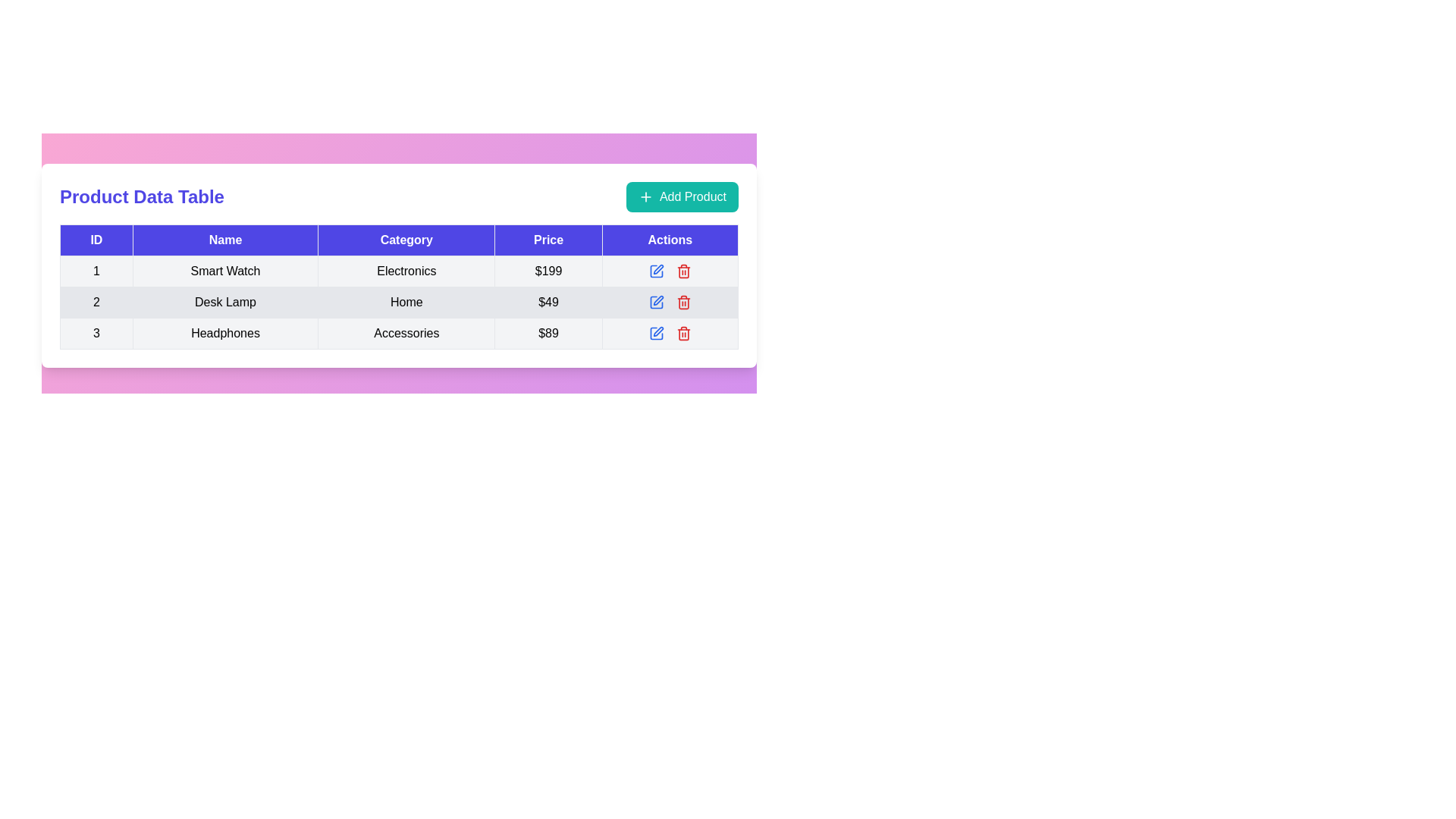 This screenshot has height=819, width=1456. Describe the element at coordinates (96, 239) in the screenshot. I see `the 'ID' text label, which is a rectangular label with white uppercase text on a blue background, located at the top-left corner of a table header row` at that location.